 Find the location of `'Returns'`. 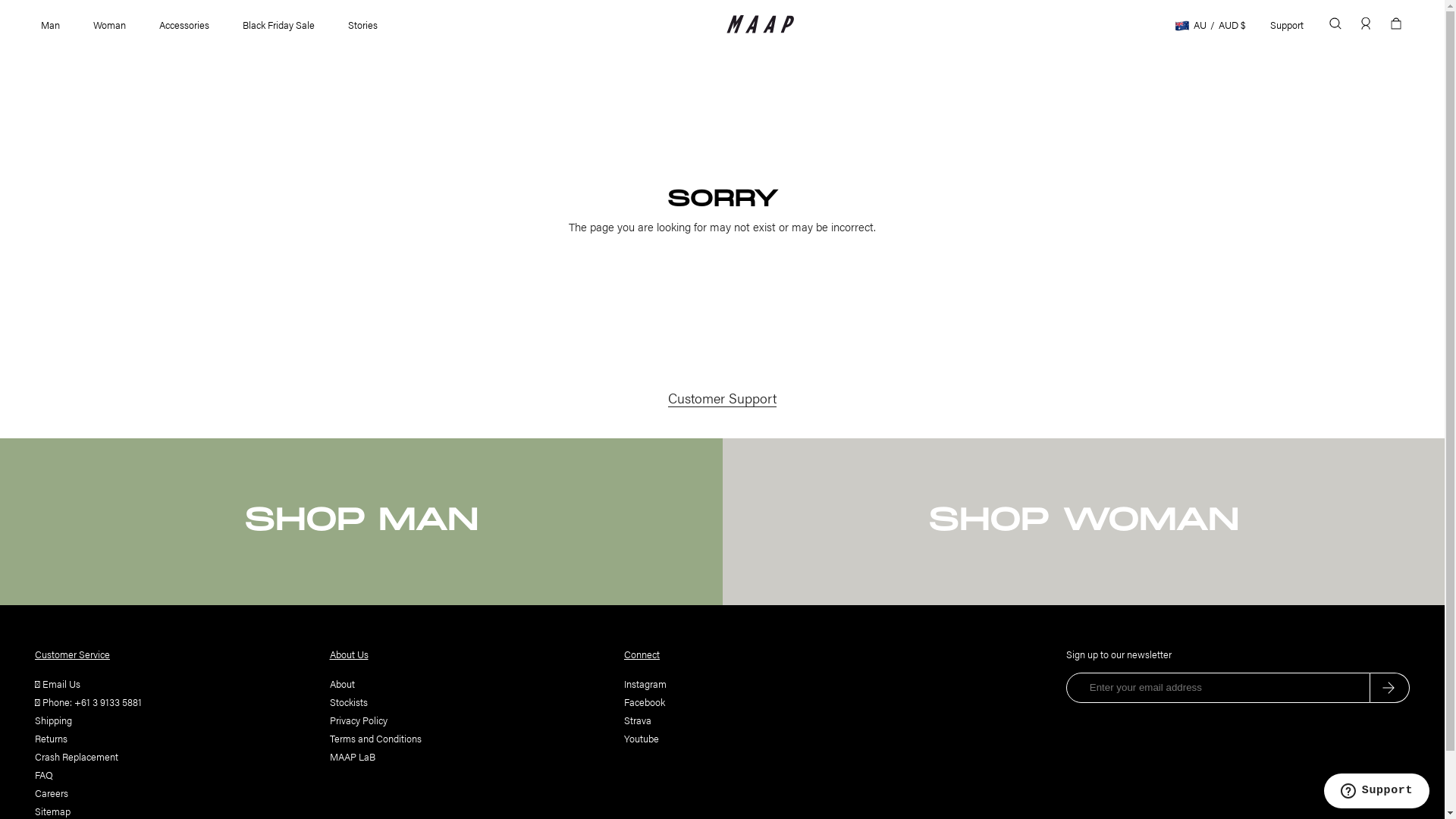

'Returns' is located at coordinates (51, 737).